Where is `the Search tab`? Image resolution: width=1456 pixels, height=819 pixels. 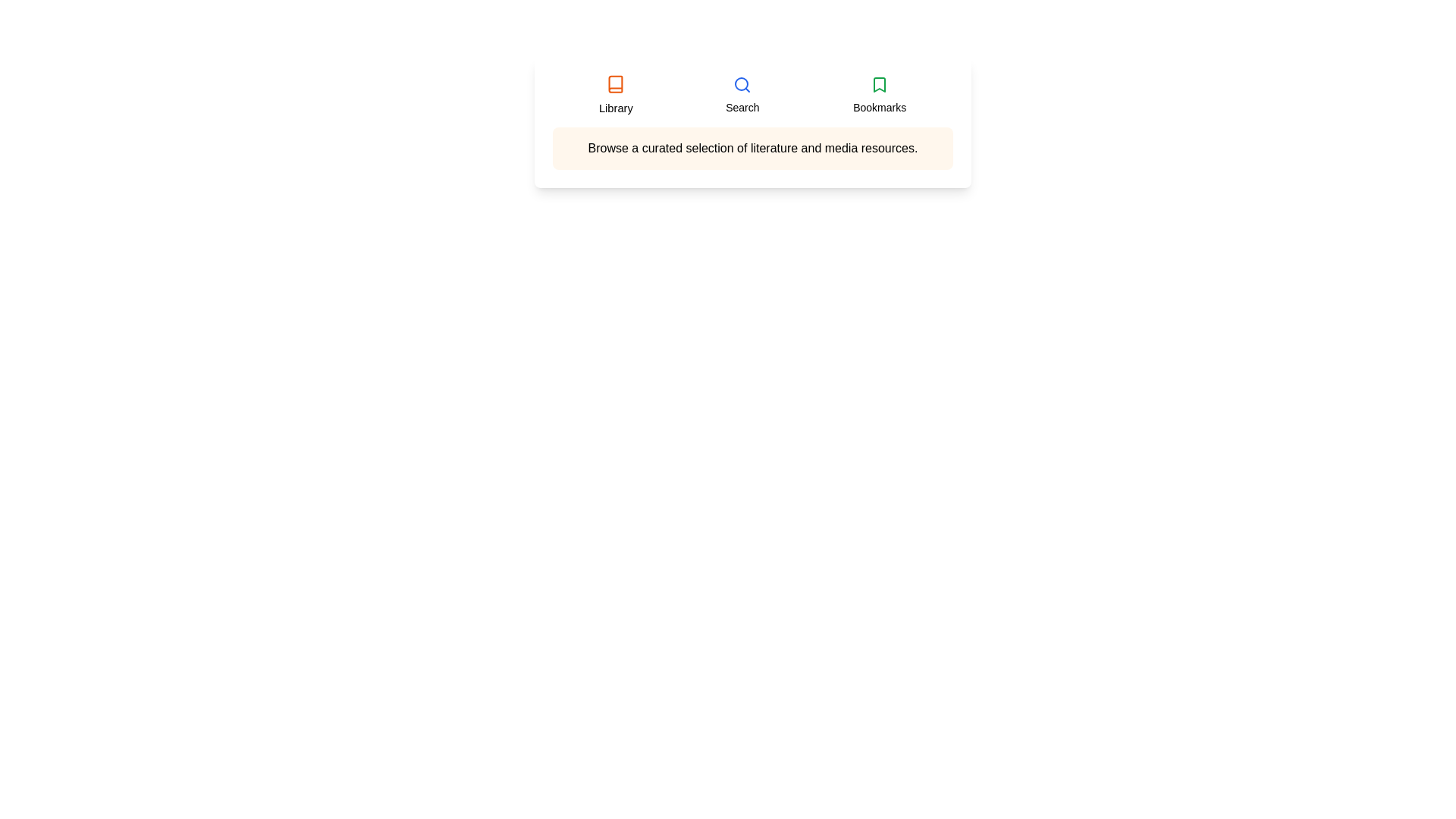 the Search tab is located at coordinates (742, 96).